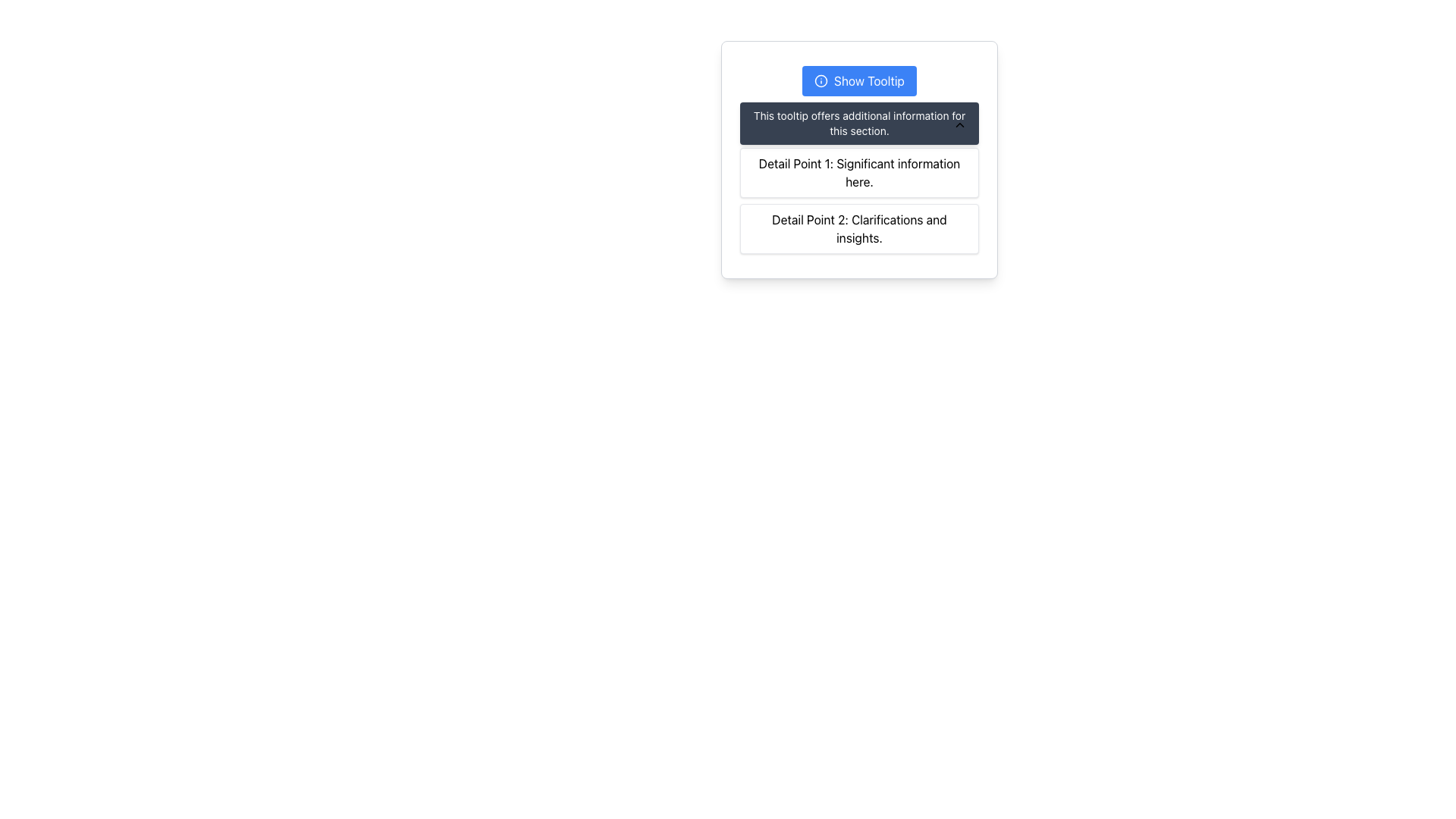 This screenshot has width=1456, height=819. I want to click on the text box containing 'Detail Point 2: Clarifications and insights.' by clicking on it to perform any associated action, so click(859, 228).